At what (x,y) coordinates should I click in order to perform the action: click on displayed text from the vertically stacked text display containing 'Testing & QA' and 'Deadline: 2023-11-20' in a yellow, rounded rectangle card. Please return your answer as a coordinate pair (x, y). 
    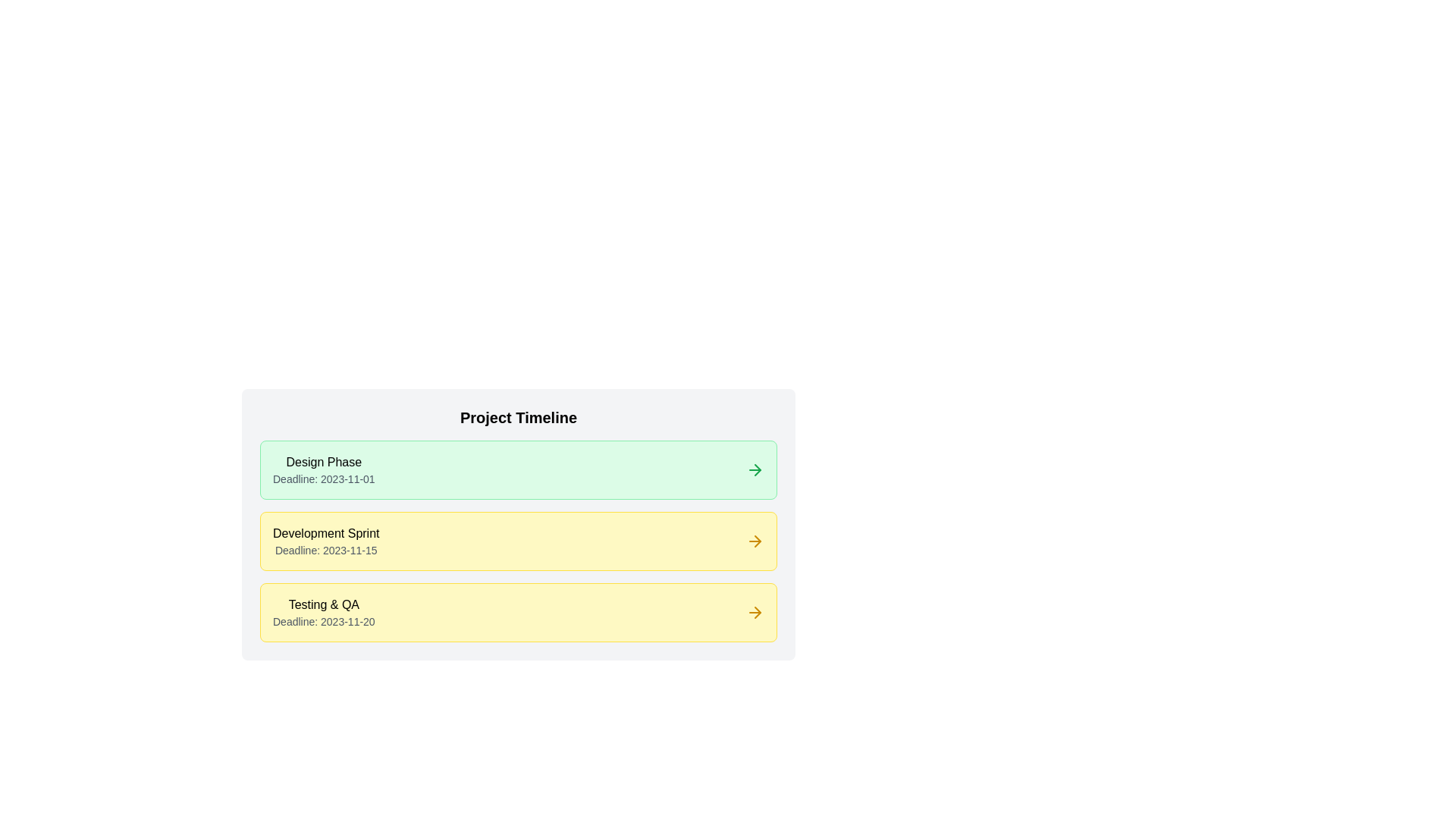
    Looking at the image, I should click on (323, 611).